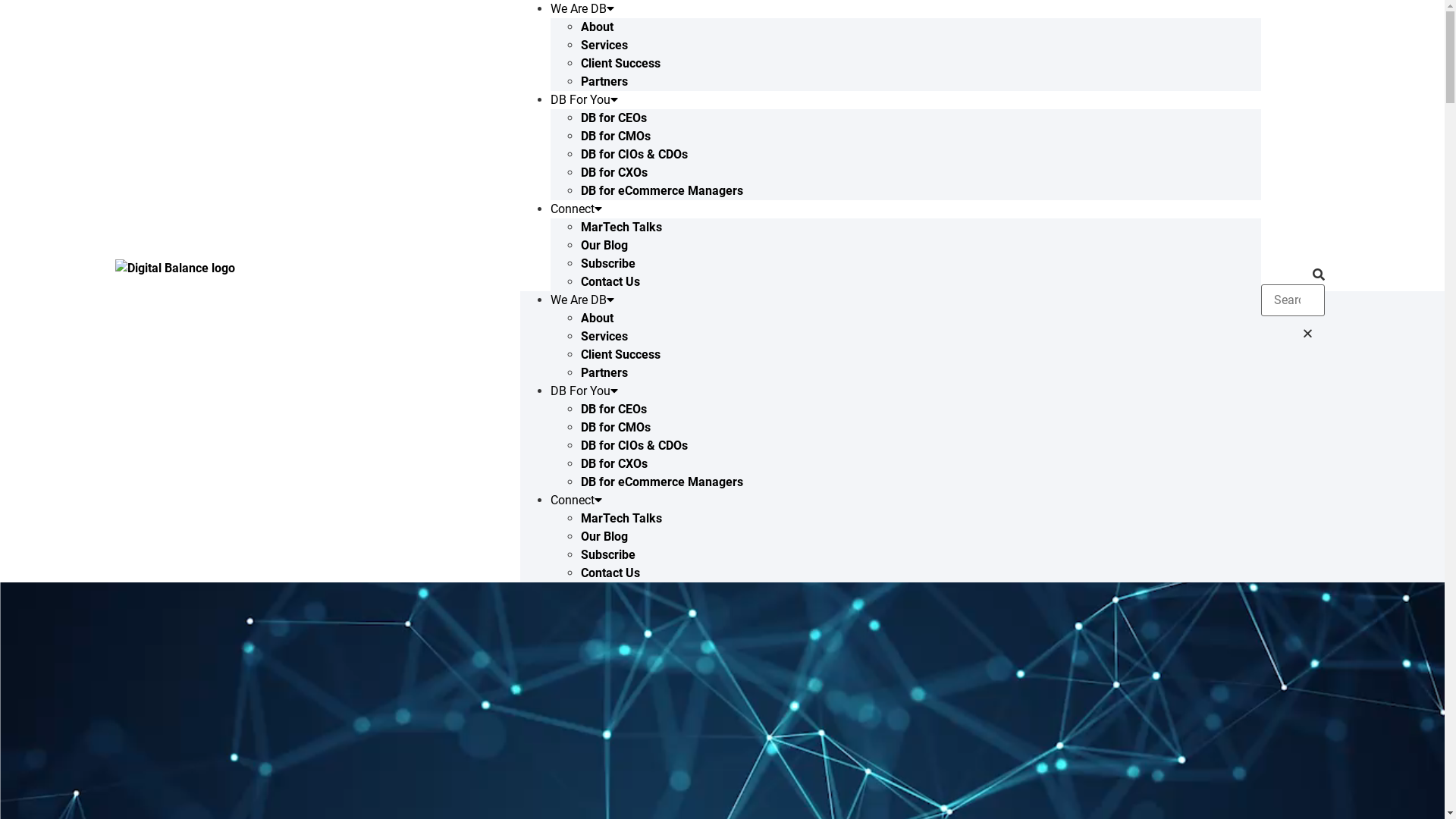 The height and width of the screenshot is (819, 1456). What do you see at coordinates (620, 354) in the screenshot?
I see `'Client Success'` at bounding box center [620, 354].